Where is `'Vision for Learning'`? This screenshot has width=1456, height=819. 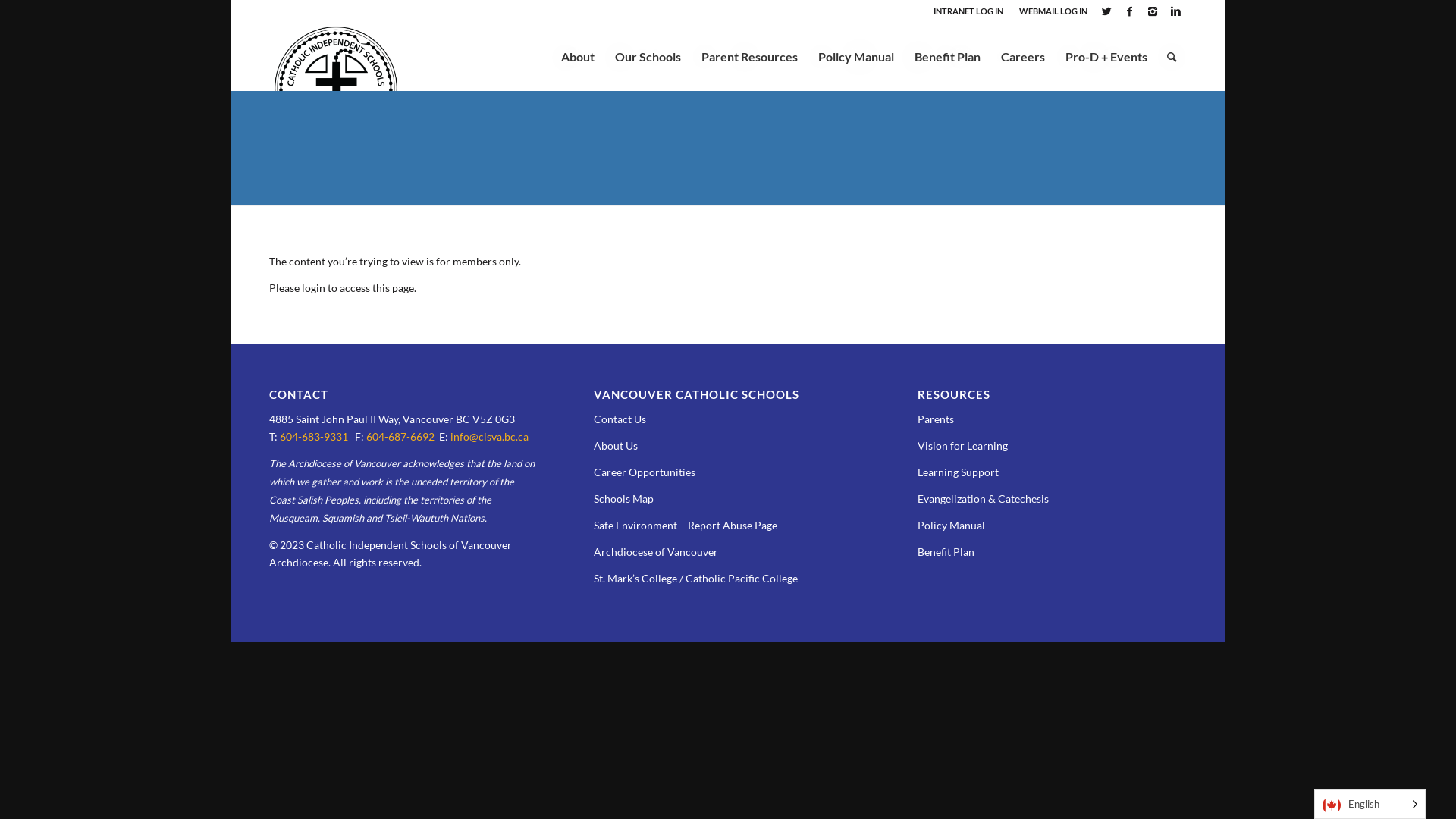
'Vision for Learning' is located at coordinates (916, 444).